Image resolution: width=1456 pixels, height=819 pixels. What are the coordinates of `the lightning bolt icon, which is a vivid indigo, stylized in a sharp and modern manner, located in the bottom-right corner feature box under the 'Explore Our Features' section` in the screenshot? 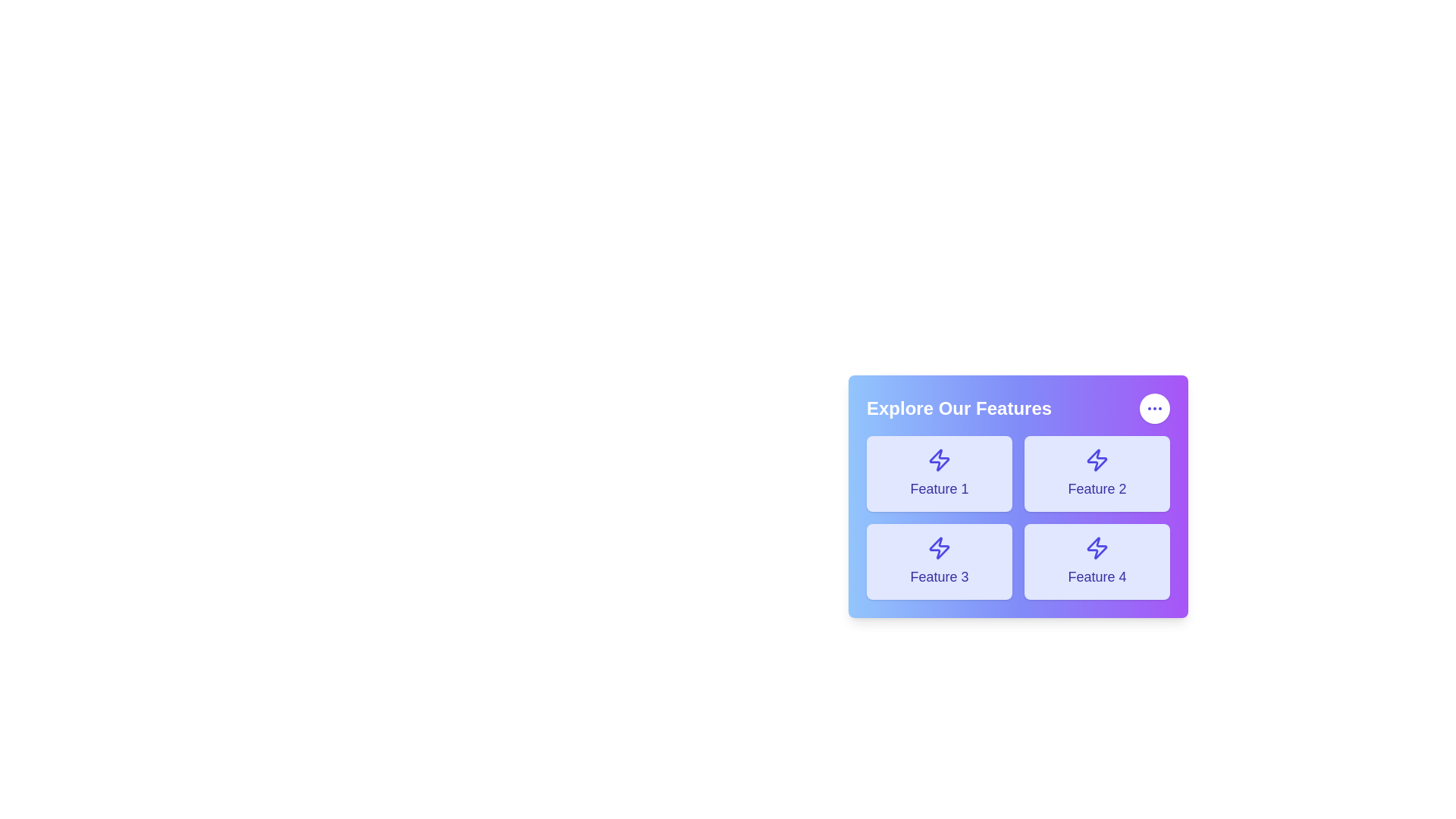 It's located at (1097, 548).